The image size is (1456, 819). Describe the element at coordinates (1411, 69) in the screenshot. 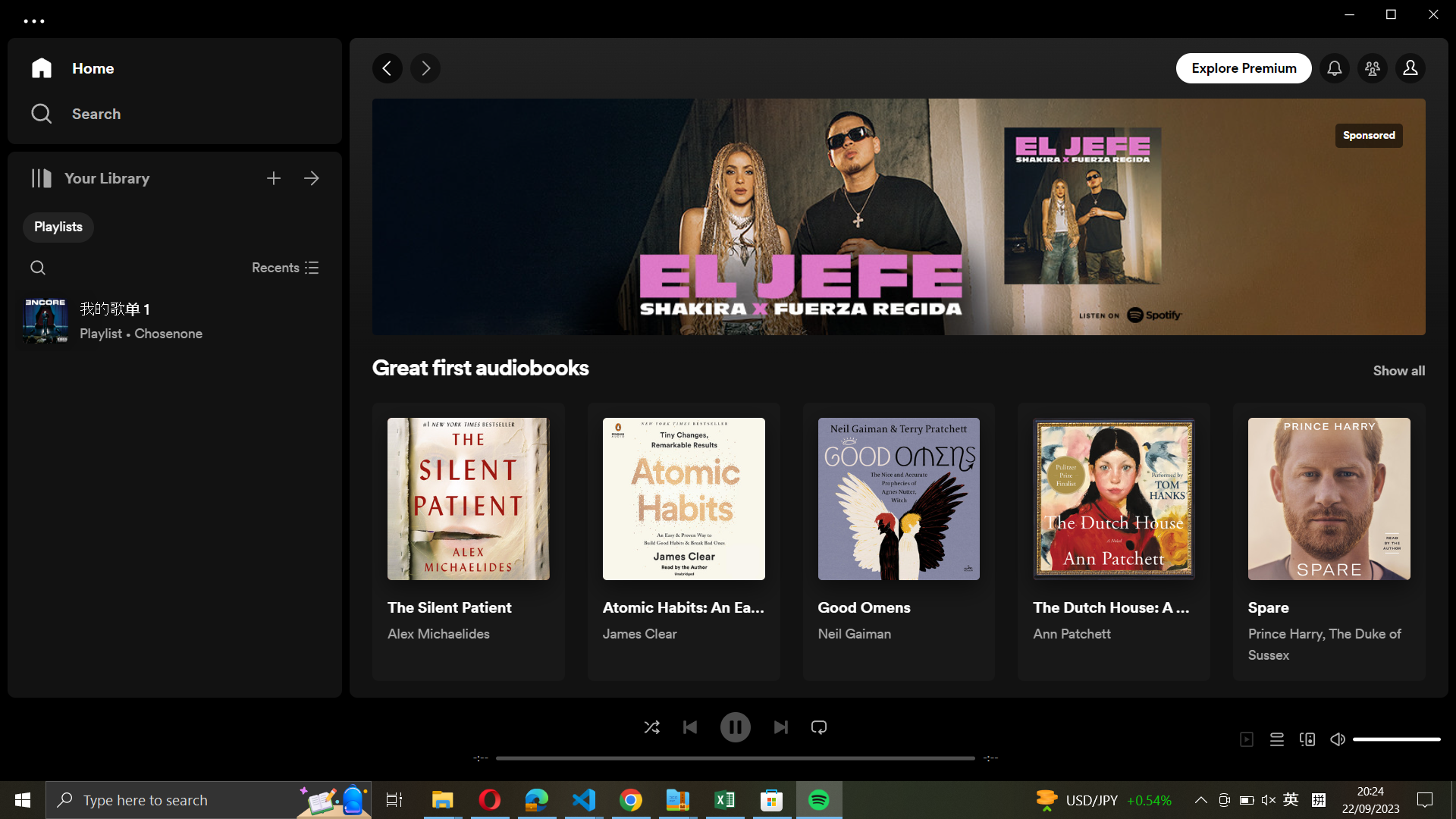

I see `Go to my account` at that location.